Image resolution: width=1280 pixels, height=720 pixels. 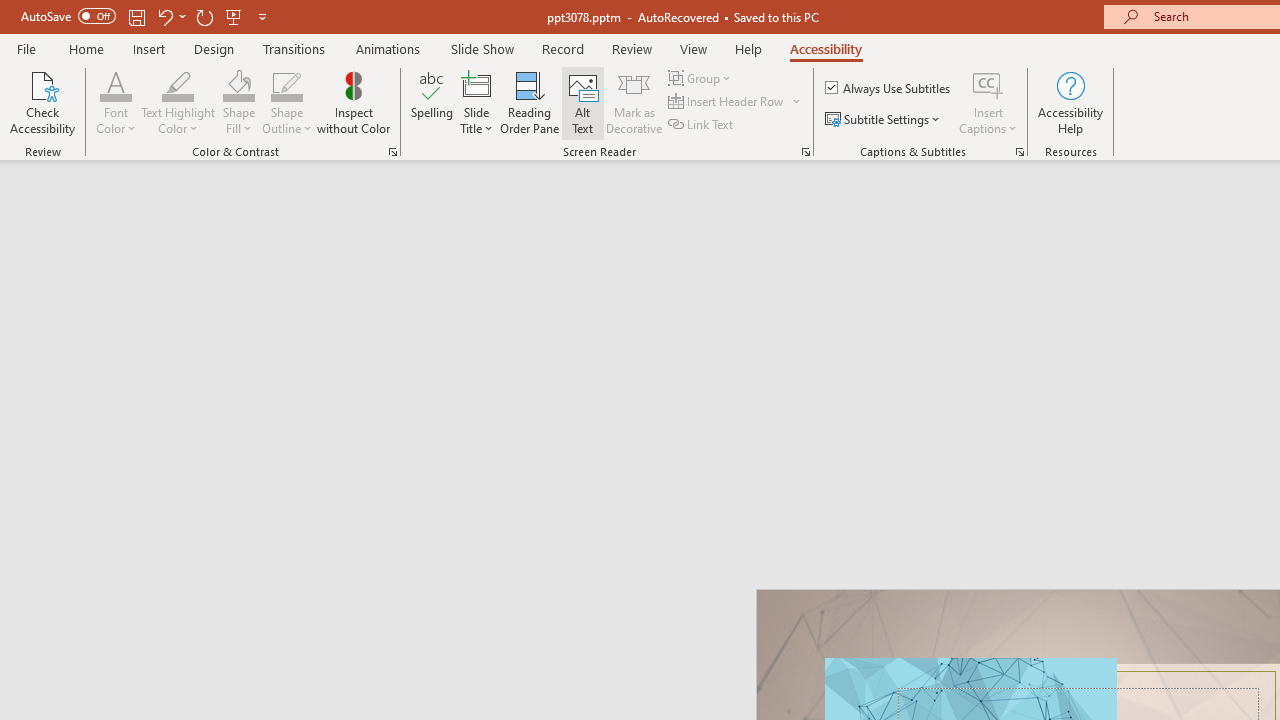 What do you see at coordinates (353, 103) in the screenshot?
I see `'Inspect without Color'` at bounding box center [353, 103].